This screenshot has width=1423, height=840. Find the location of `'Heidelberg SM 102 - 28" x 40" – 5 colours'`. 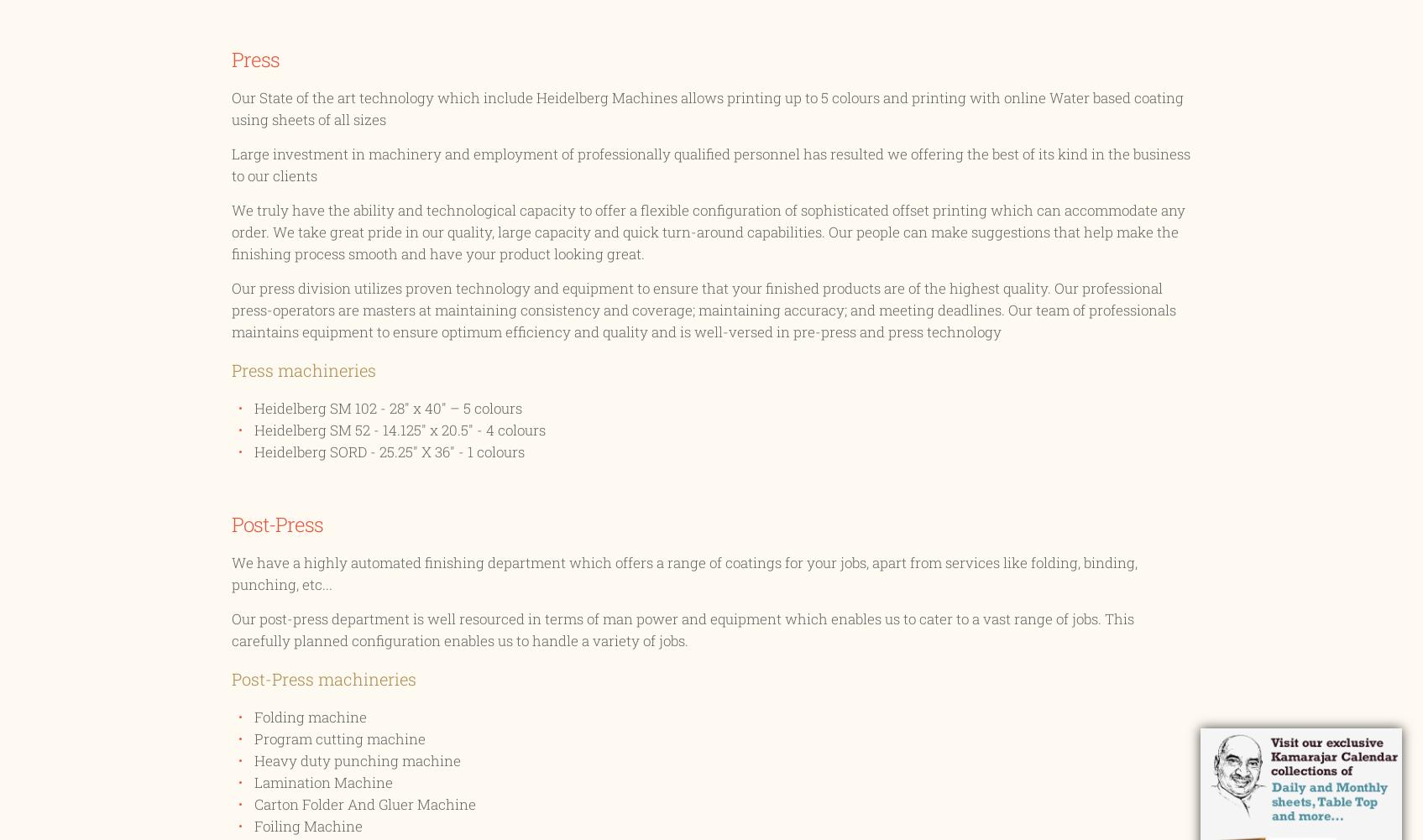

'Heidelberg SM 102 - 28" x 40" – 5 colours' is located at coordinates (254, 408).